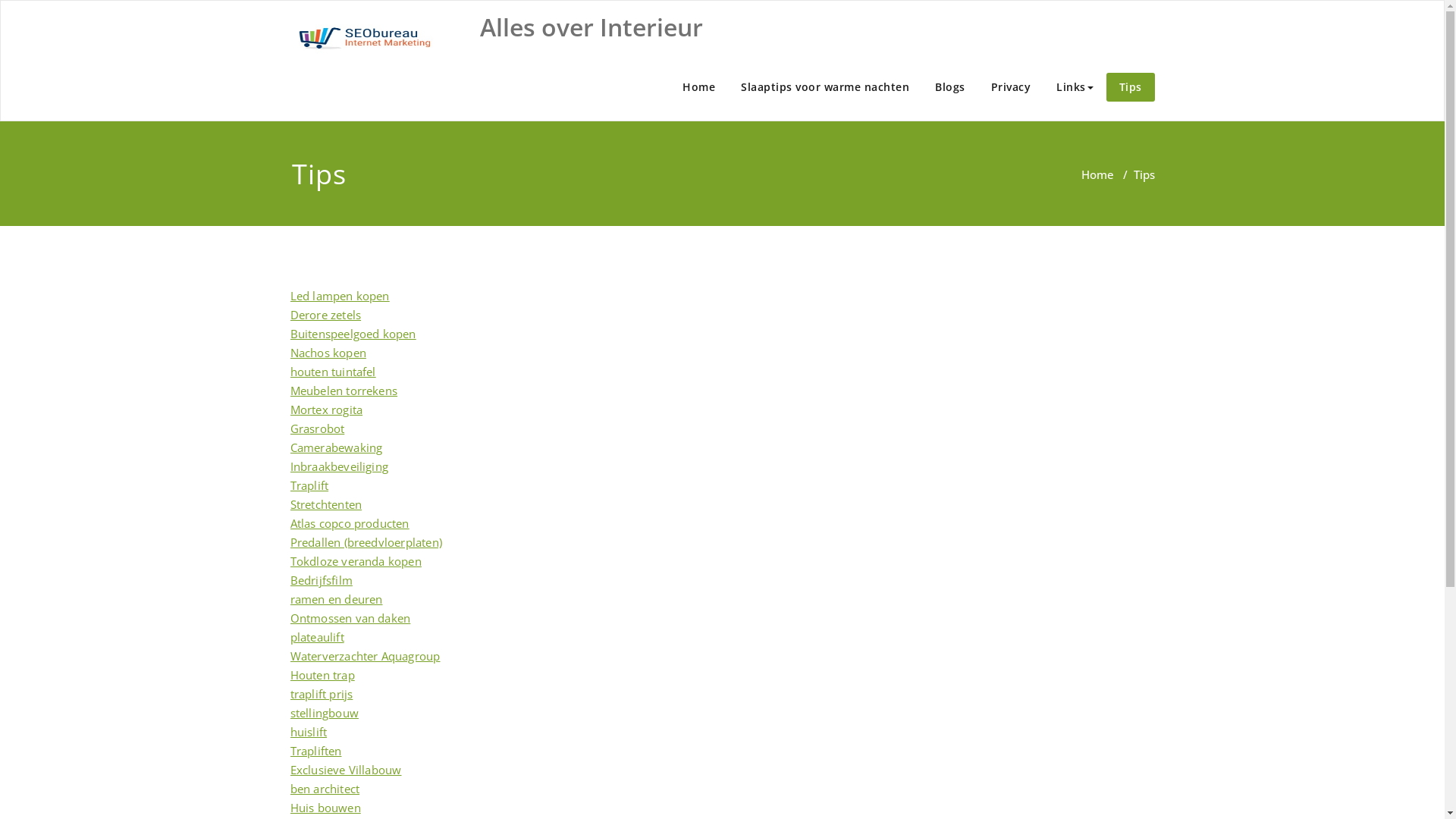 This screenshot has height=819, width=1456. I want to click on 'Nachos kopen', so click(327, 353).